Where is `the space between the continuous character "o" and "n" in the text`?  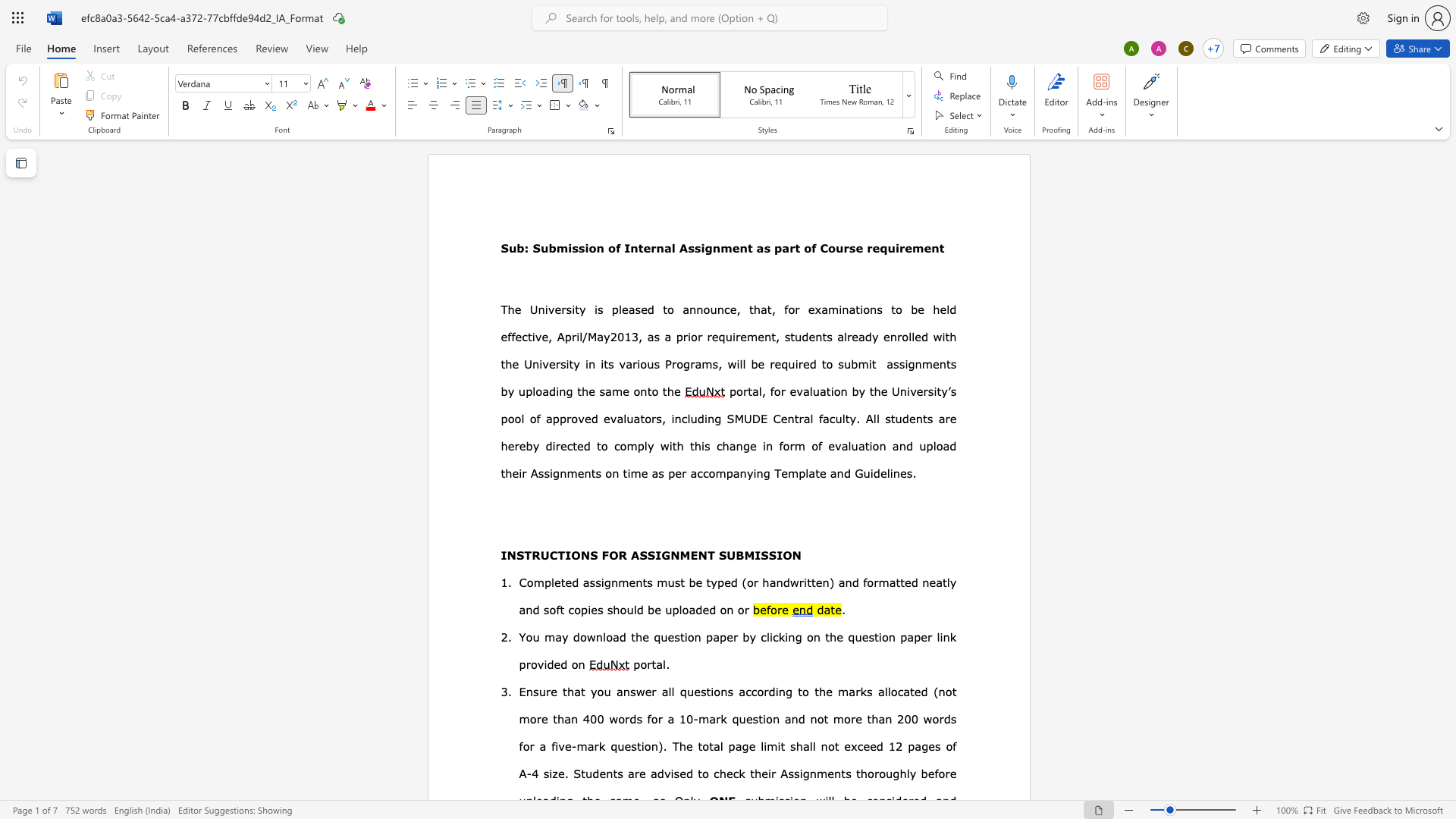 the space between the continuous character "o" and "n" in the text is located at coordinates (595, 247).